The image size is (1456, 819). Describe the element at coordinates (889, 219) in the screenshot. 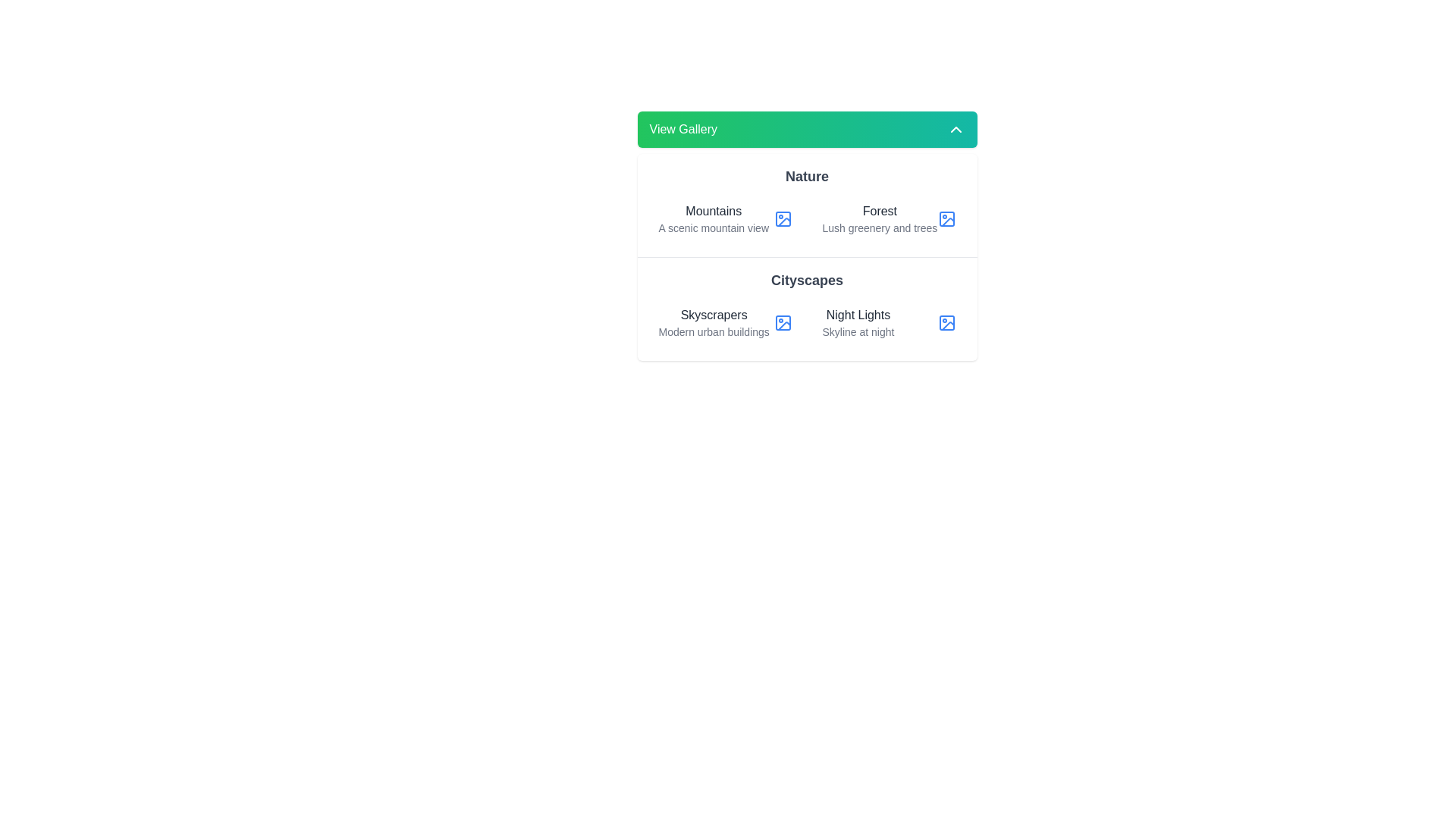

I see `the Category tile labeled 'Forest' which features a title and subtitle along with a blue icon, located under the 'Nature' header` at that location.